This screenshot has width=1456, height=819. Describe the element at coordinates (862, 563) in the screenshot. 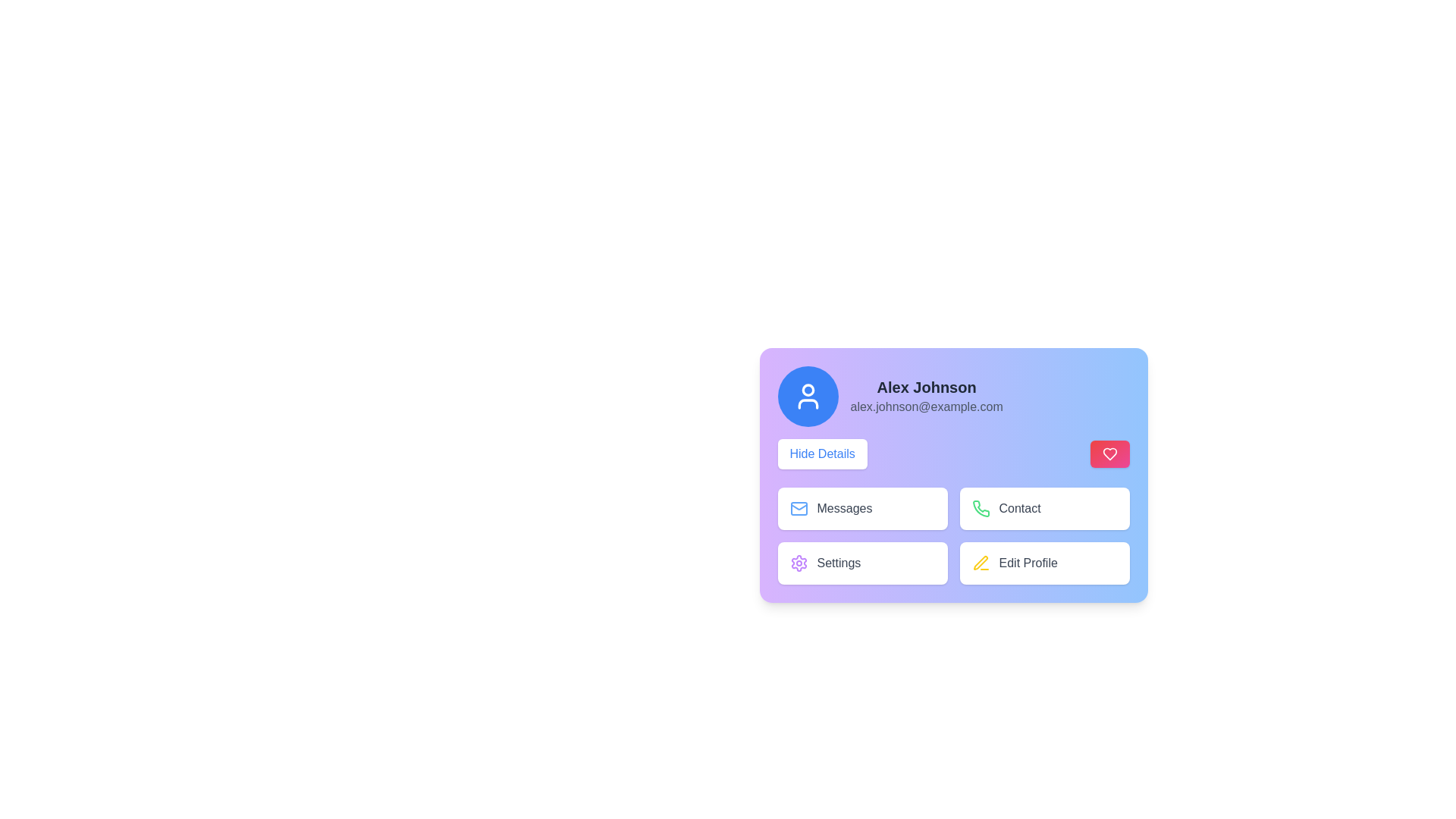

I see `the Settings button located in the bottom-left position of a 2x2 grid layout` at that location.